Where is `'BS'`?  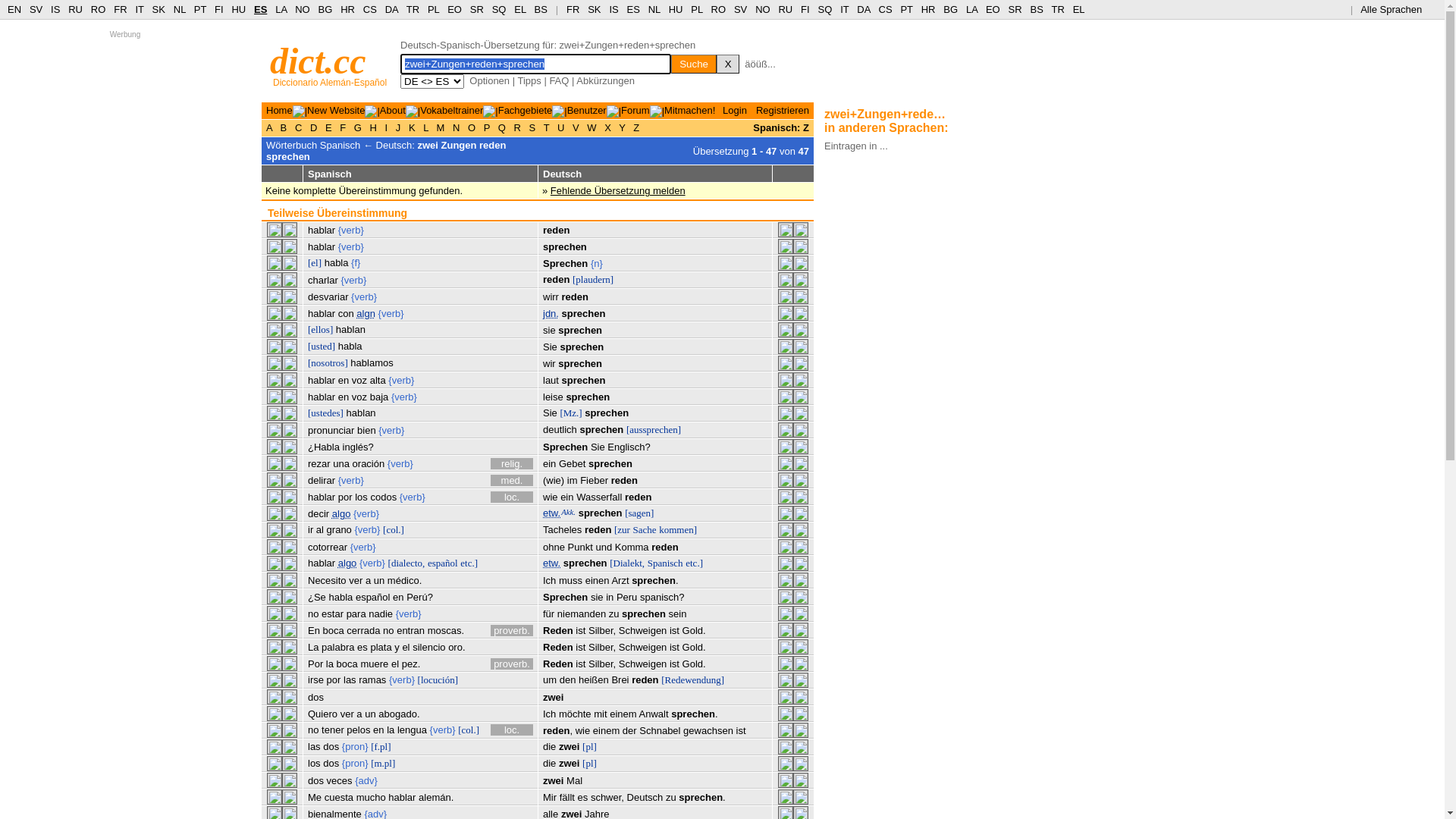 'BS' is located at coordinates (1035, 9).